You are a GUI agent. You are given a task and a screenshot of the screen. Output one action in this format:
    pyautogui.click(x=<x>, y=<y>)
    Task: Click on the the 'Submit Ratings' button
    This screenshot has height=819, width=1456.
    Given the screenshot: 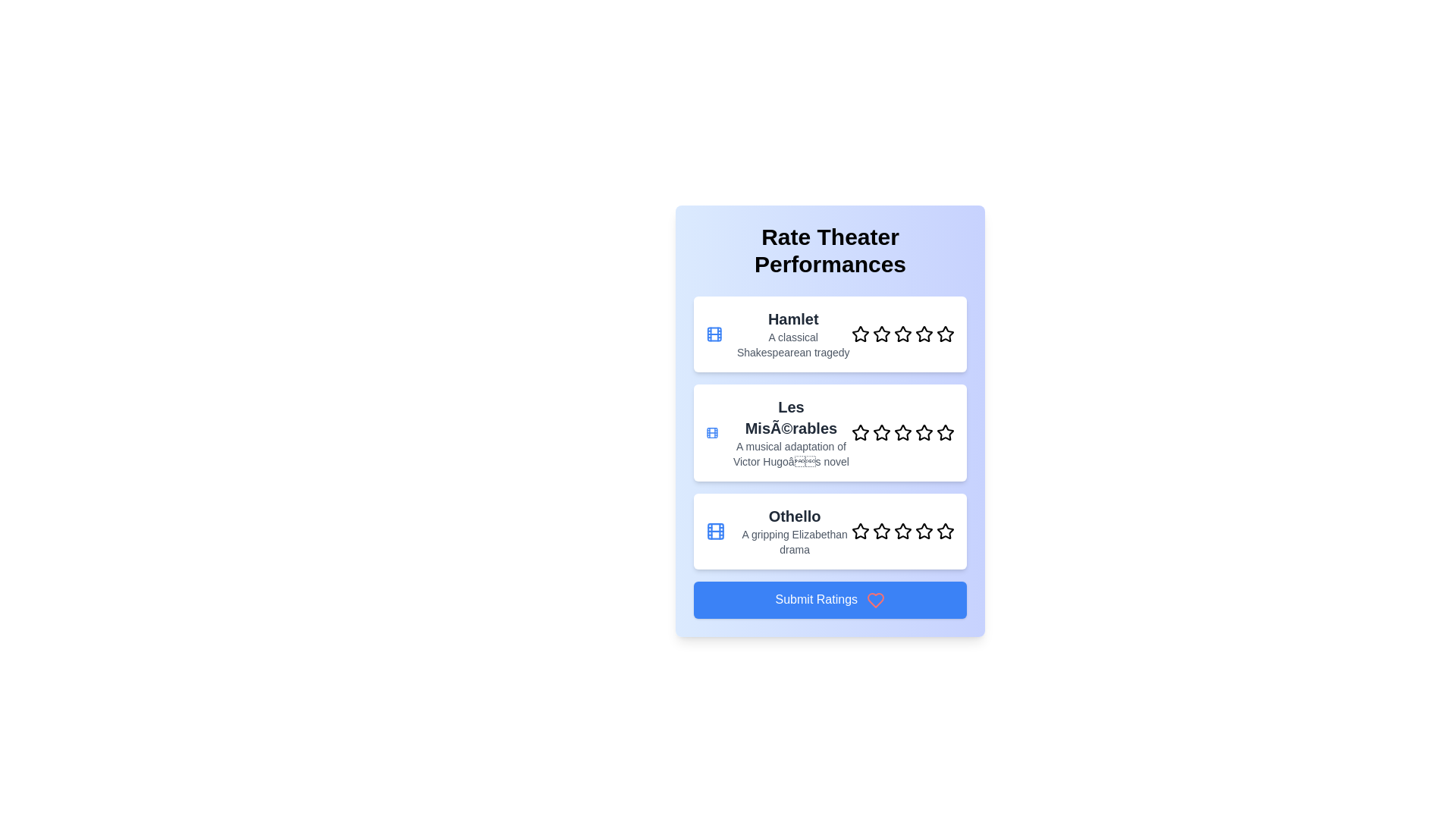 What is the action you would take?
    pyautogui.click(x=829, y=598)
    